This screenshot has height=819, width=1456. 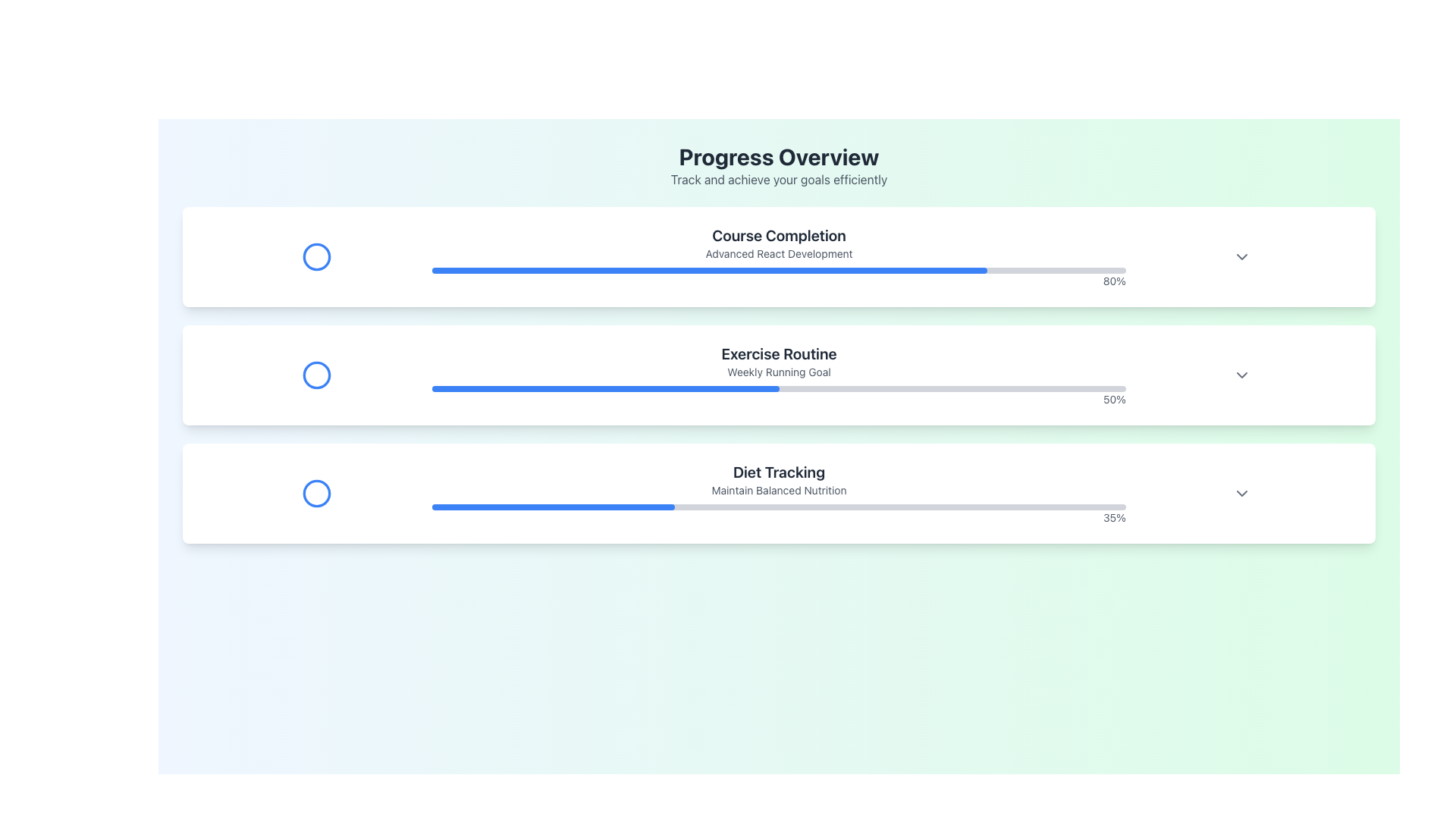 I want to click on the percentage value '50%' displayed on the progress bar located in the 'Exercise Routine' section beneath the 'Weekly Running Goal' subheader, so click(x=779, y=396).